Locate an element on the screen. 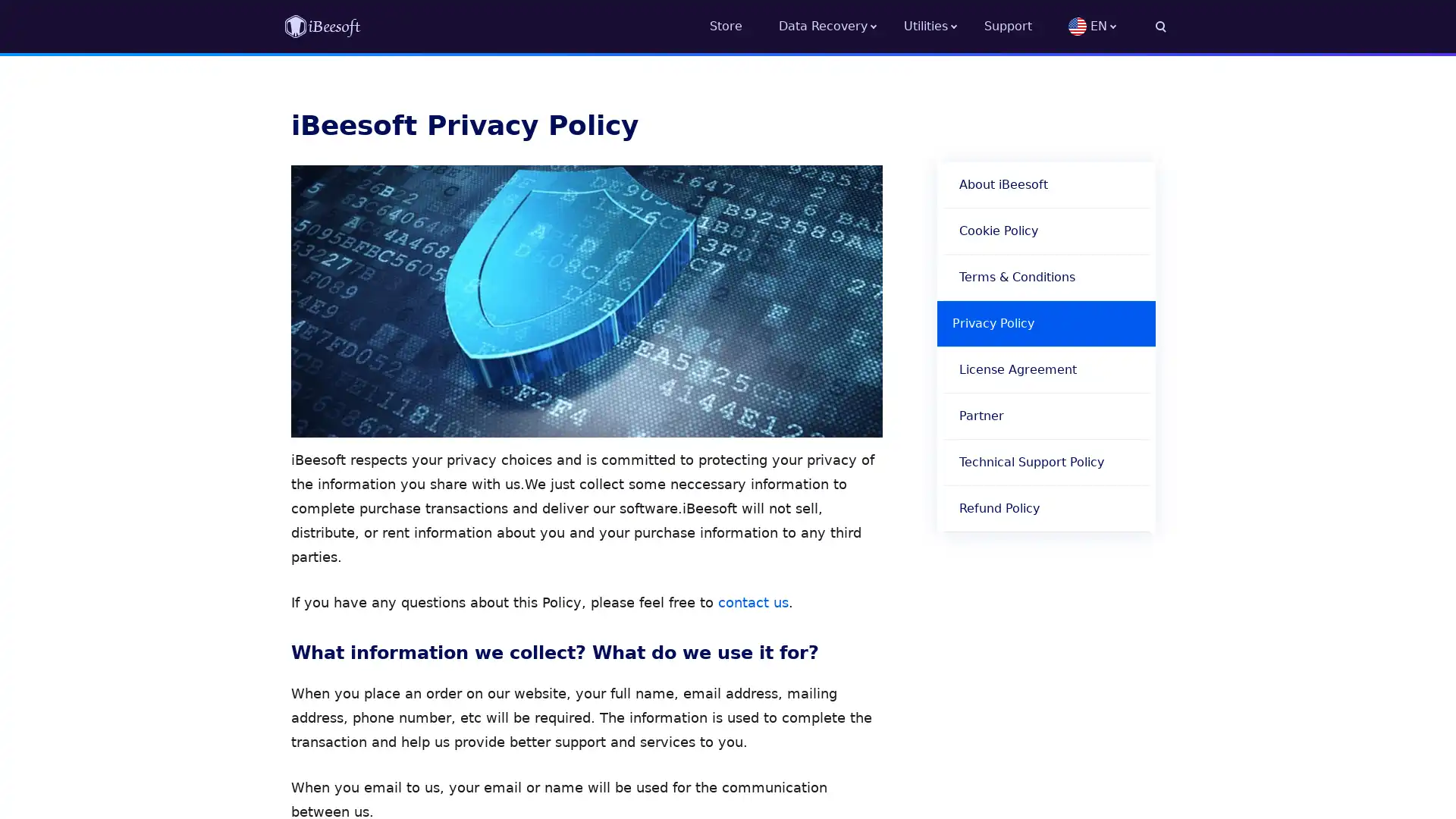  languages is located at coordinates (1117, 26).